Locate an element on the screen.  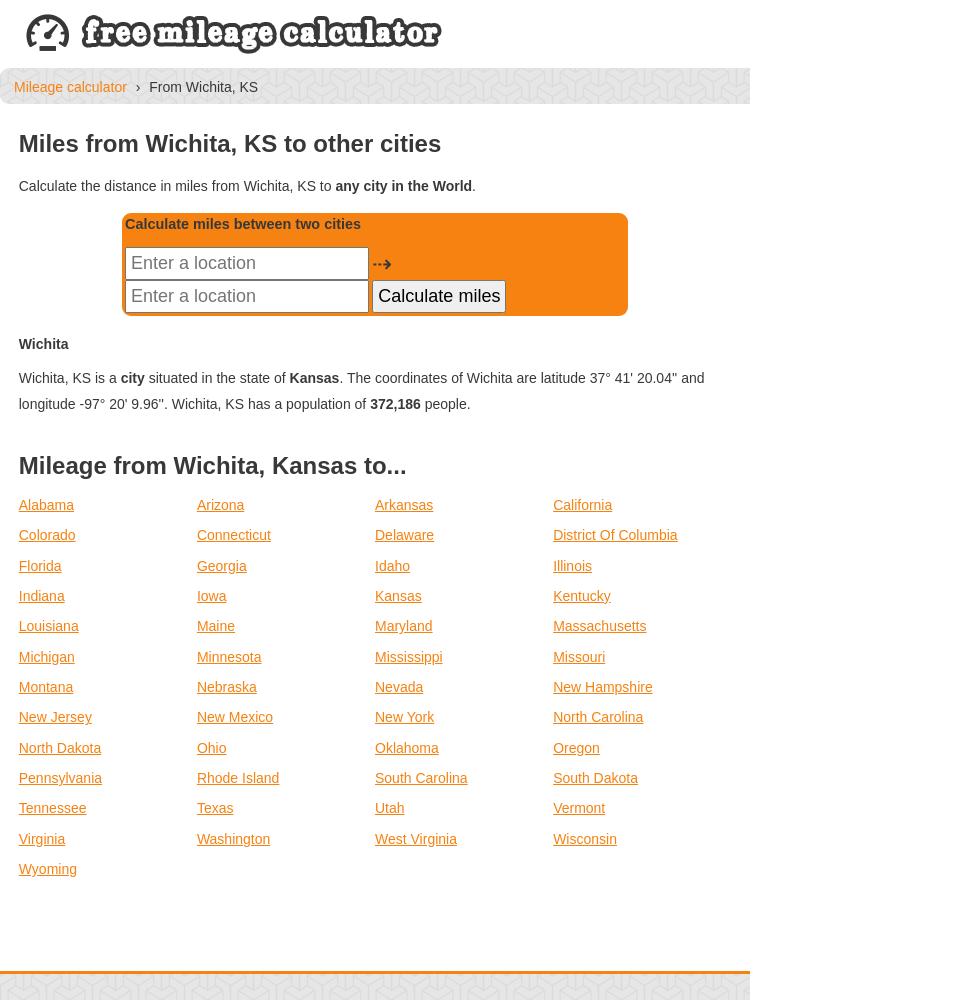
'Mileage from Wichita, Kansas to...' is located at coordinates (212, 463).